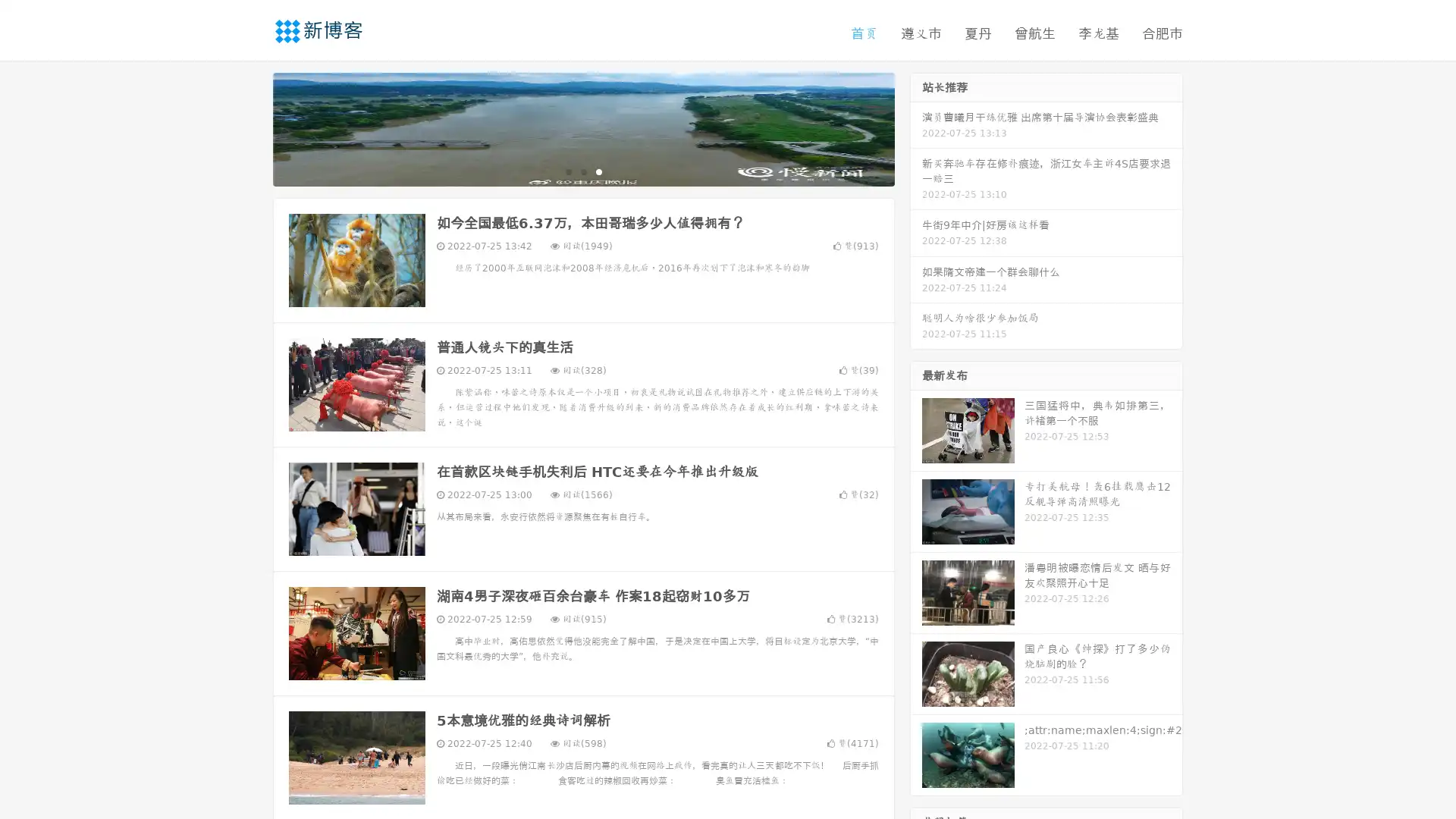 This screenshot has width=1456, height=819. What do you see at coordinates (582, 171) in the screenshot?
I see `Go to slide 2` at bounding box center [582, 171].